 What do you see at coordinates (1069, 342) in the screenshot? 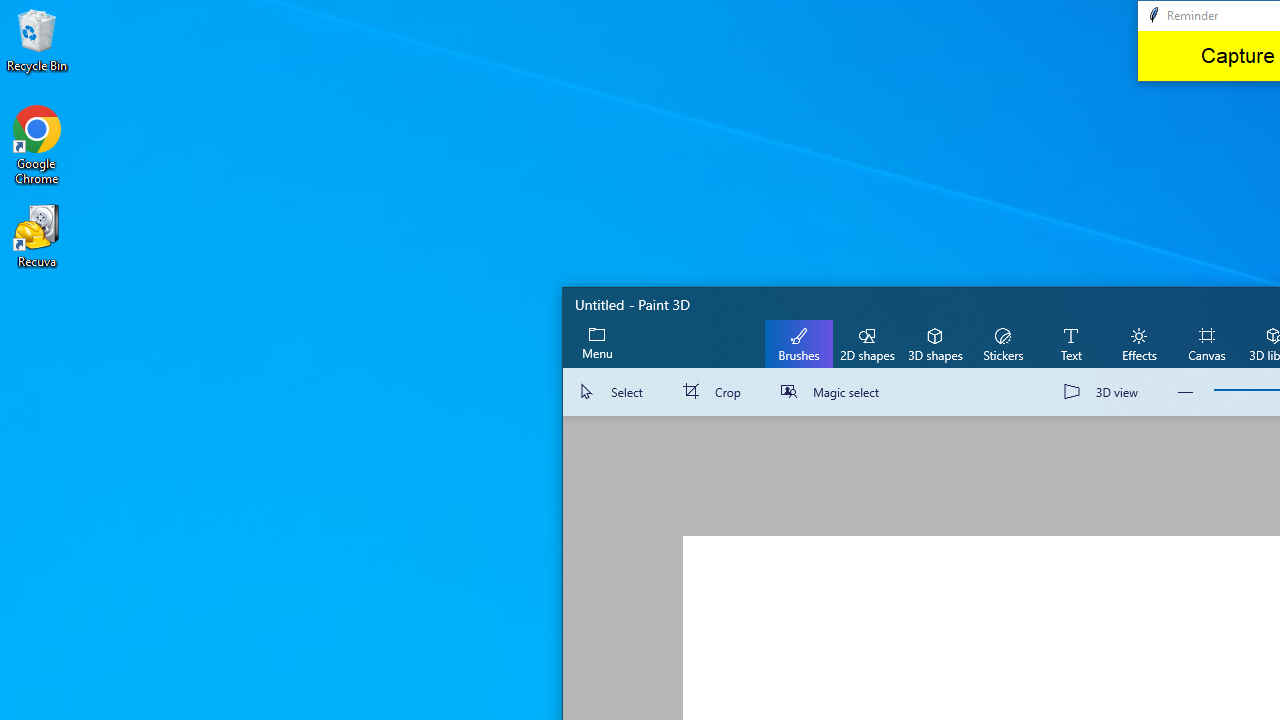
I see `'Text'` at bounding box center [1069, 342].